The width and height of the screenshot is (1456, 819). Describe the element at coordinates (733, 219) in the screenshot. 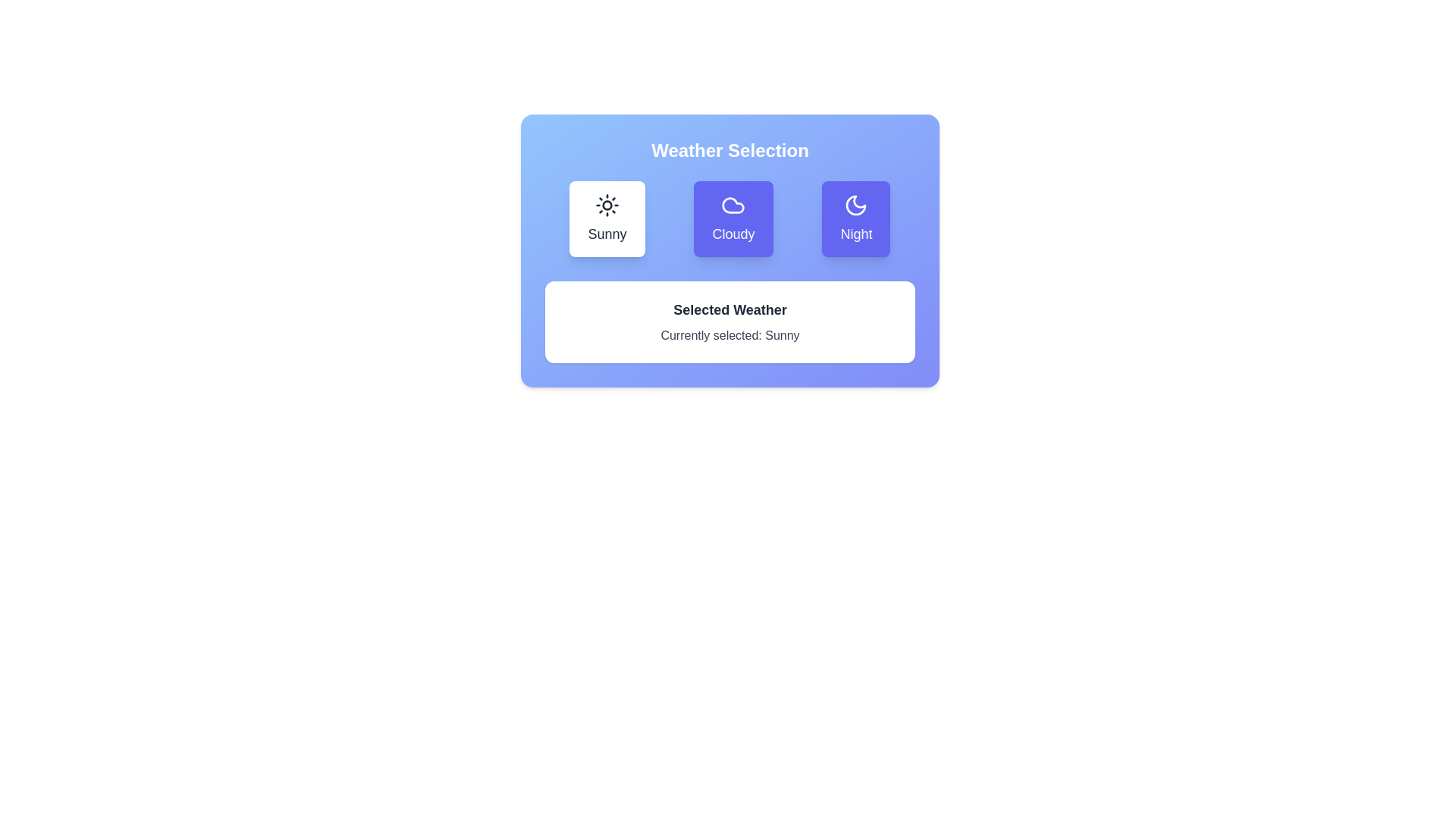

I see `the 'Cloudy' weather selection button` at that location.